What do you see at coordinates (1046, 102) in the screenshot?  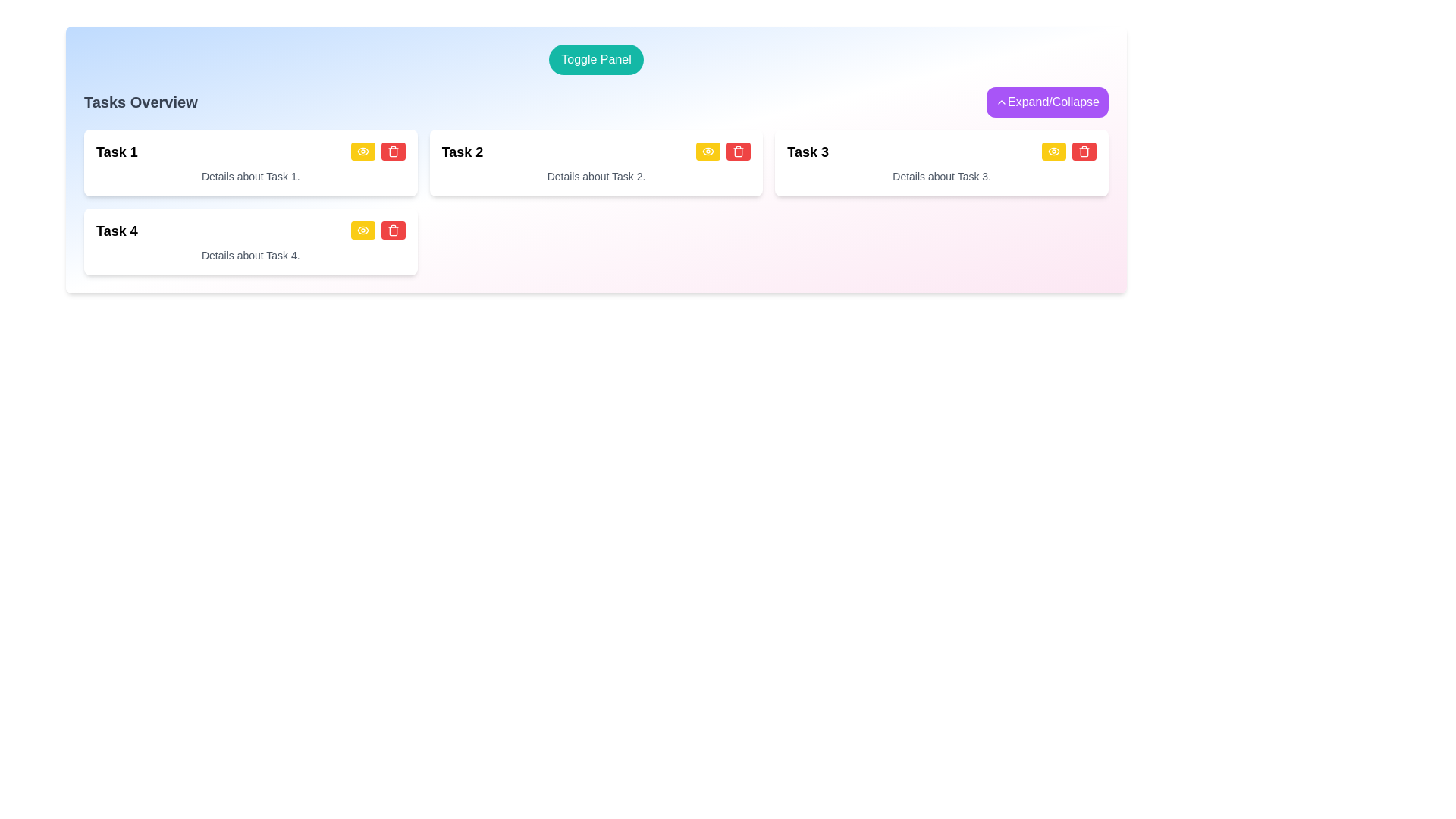 I see `the button located at the top-right corner of the 'Tasks Overview' panel` at bounding box center [1046, 102].